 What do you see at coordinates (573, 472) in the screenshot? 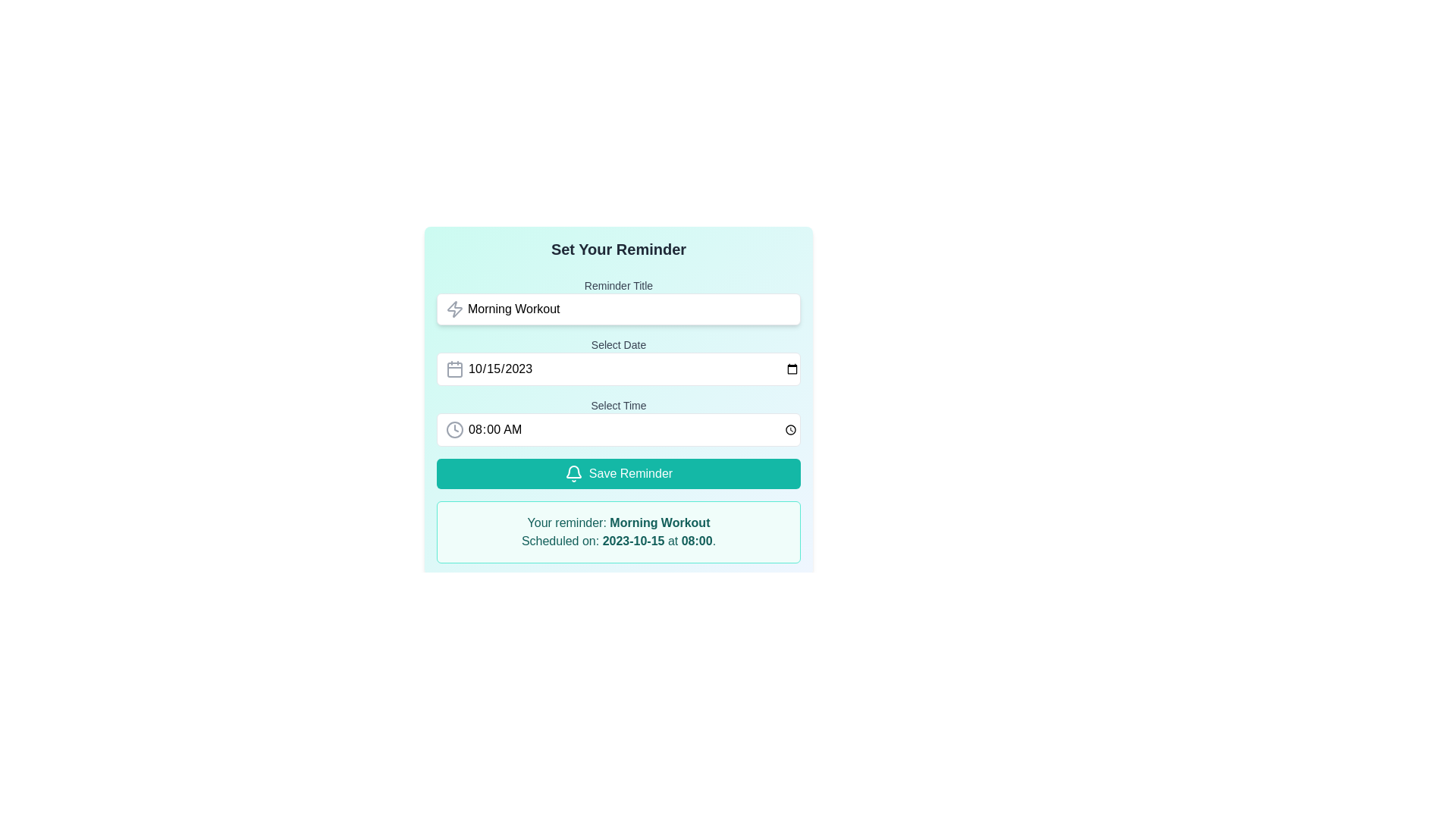
I see `the bell icon located on the left side of the 'Save Reminder' button, which serves as the primary action for saving reminders` at bounding box center [573, 472].